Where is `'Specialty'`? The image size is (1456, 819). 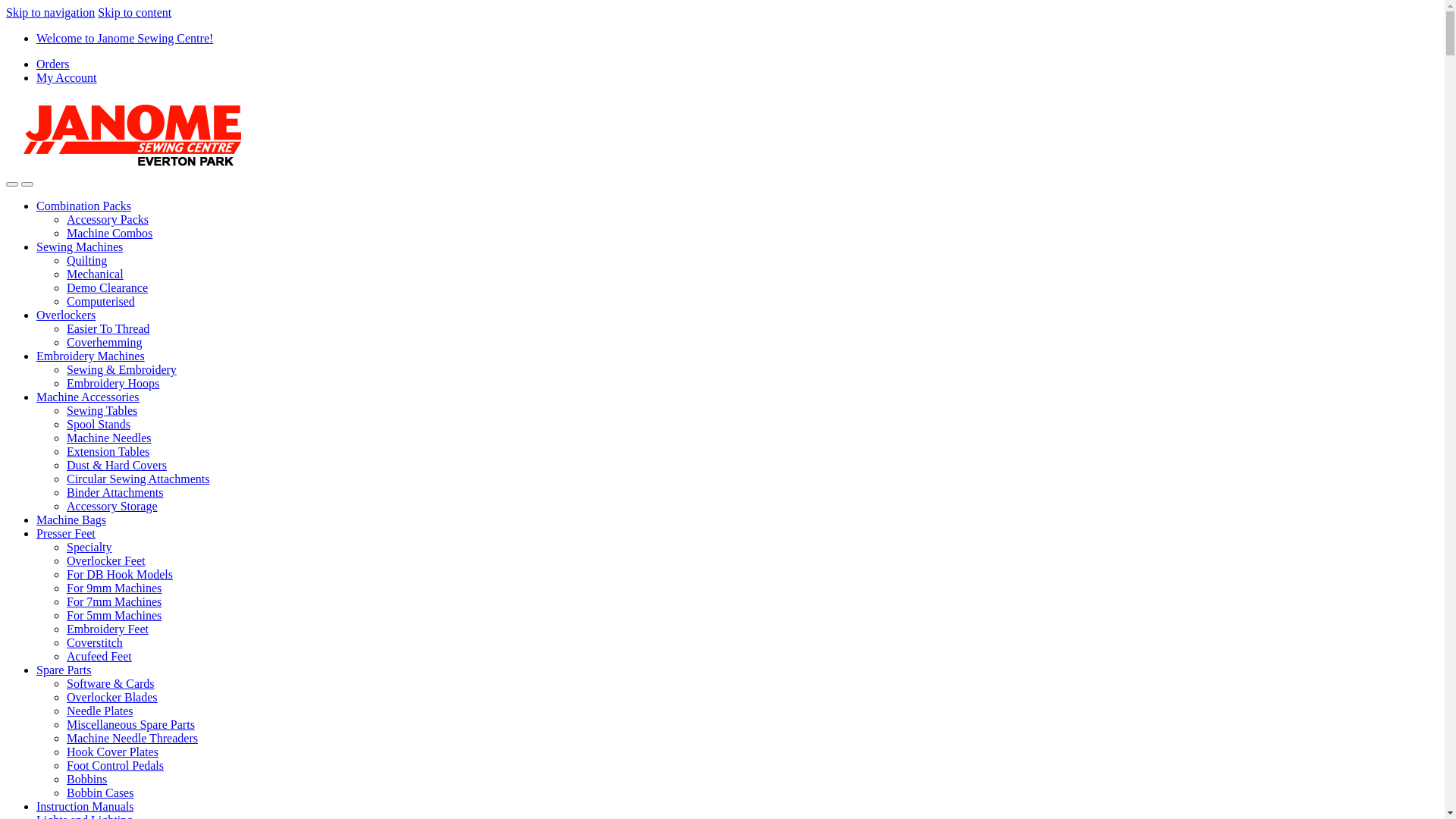 'Specialty' is located at coordinates (89, 547).